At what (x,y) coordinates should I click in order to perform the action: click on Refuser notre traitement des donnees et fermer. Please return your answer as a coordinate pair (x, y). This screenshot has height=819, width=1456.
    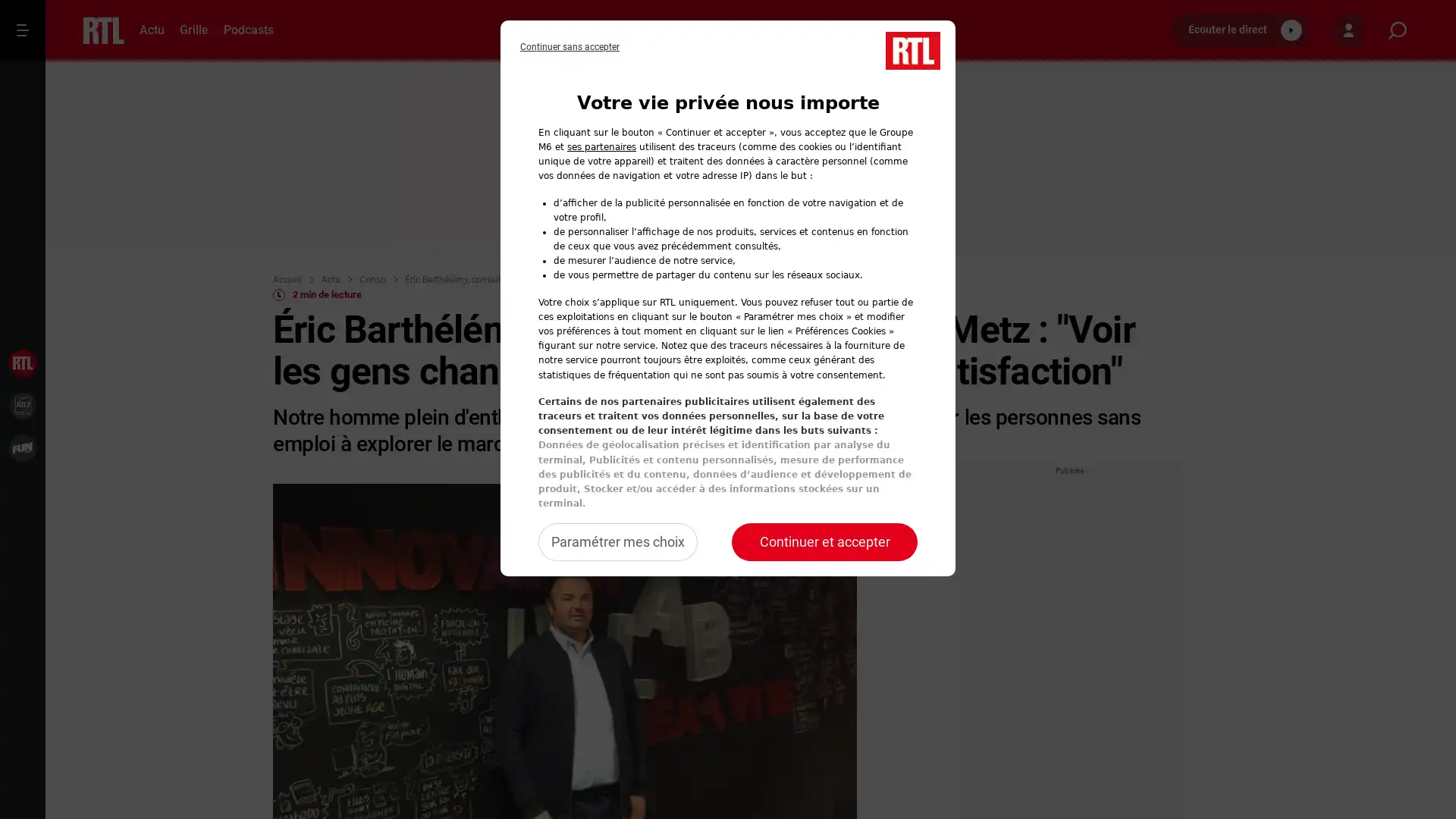
    Looking at the image, I should click on (582, 45).